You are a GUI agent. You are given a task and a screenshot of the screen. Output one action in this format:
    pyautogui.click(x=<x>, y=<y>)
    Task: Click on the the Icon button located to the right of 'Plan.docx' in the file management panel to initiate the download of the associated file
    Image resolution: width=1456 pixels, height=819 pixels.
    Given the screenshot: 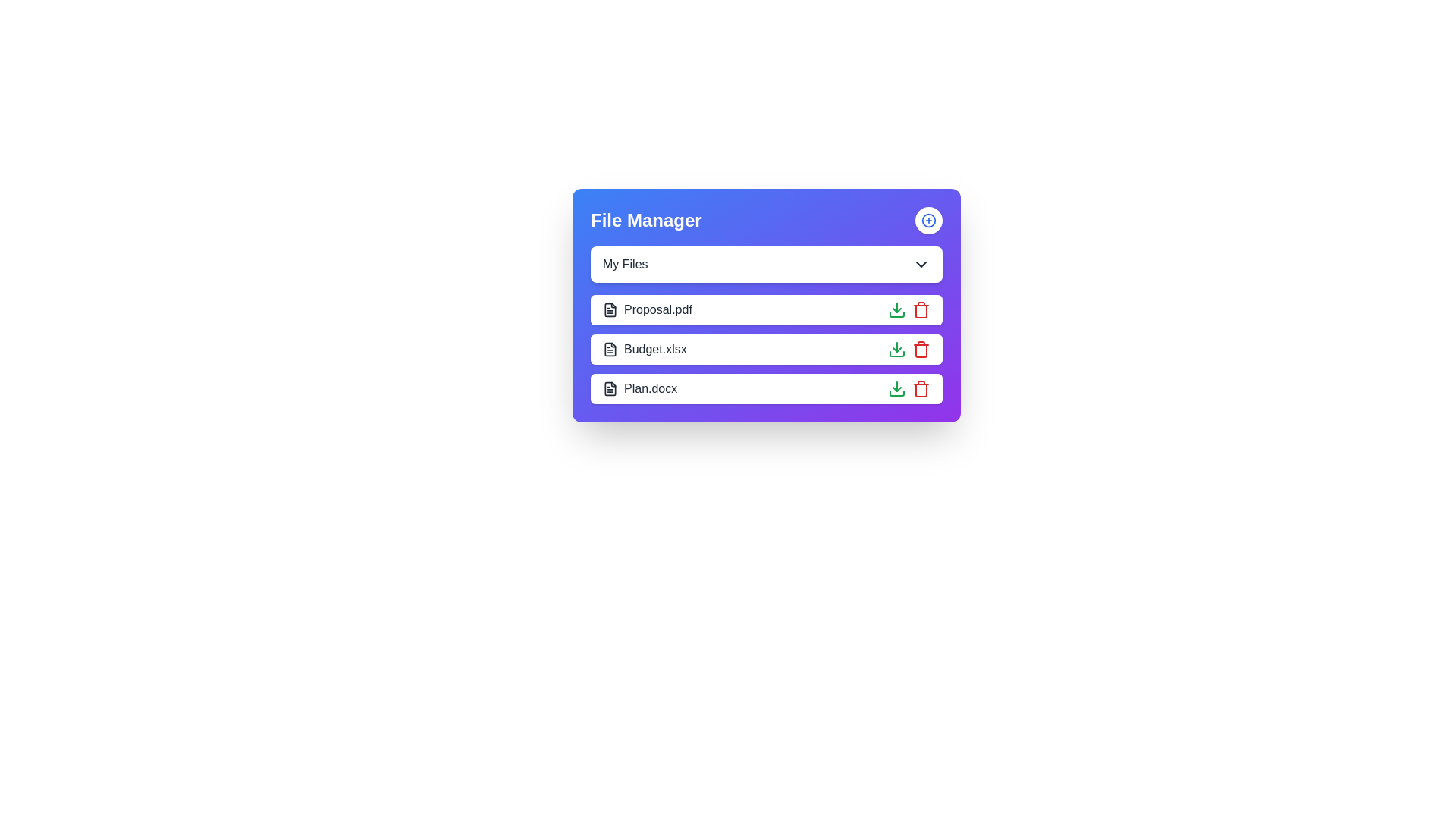 What is the action you would take?
    pyautogui.click(x=896, y=388)
    